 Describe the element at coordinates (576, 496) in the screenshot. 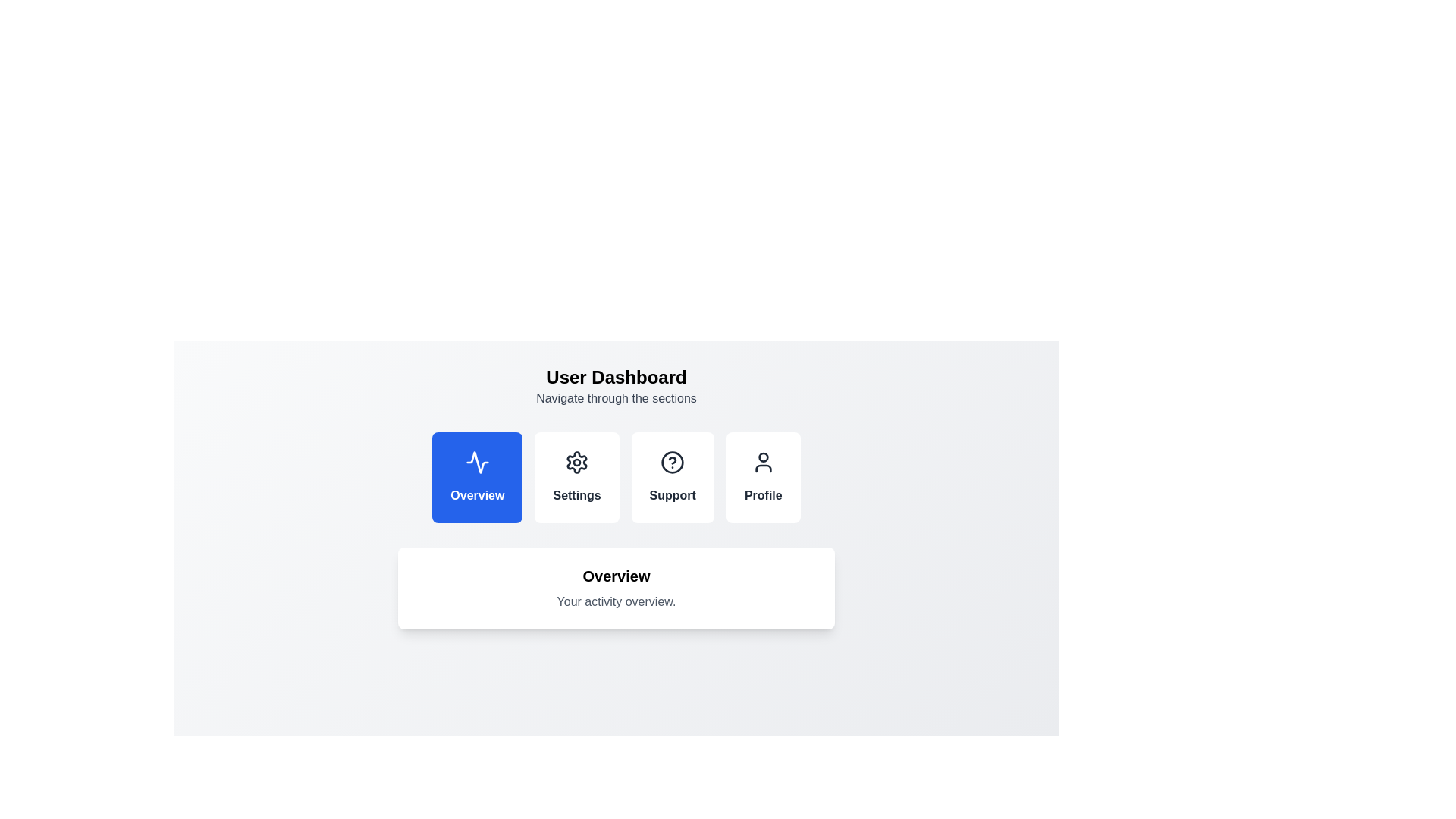

I see `text content of the 'Settings' text label, which is styled in bold and located beneath a gear icon` at that location.